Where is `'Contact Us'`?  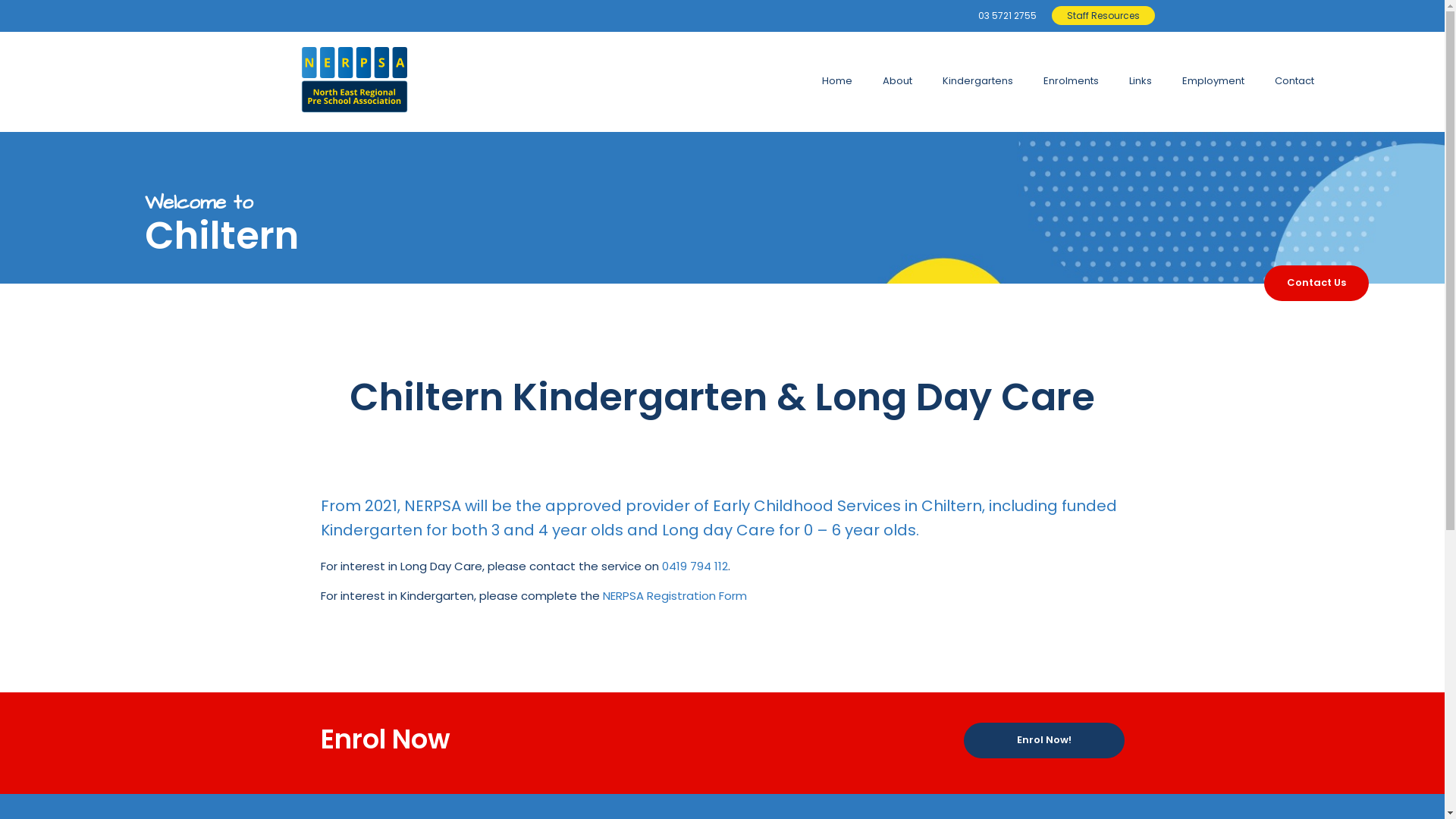
'Contact Us' is located at coordinates (1316, 283).